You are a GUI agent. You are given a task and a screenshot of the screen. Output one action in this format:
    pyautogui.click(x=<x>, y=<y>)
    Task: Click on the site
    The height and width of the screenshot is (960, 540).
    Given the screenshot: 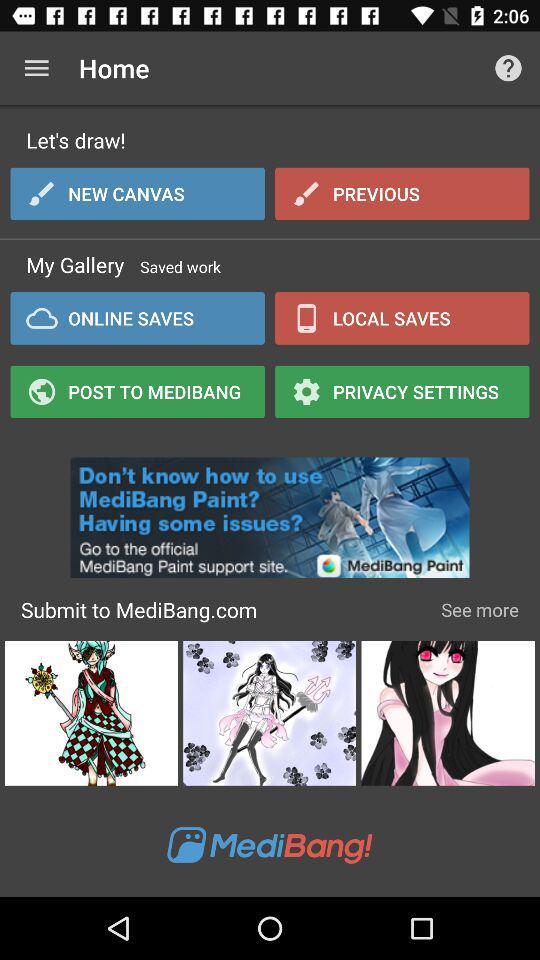 What is the action you would take?
    pyautogui.click(x=270, y=511)
    